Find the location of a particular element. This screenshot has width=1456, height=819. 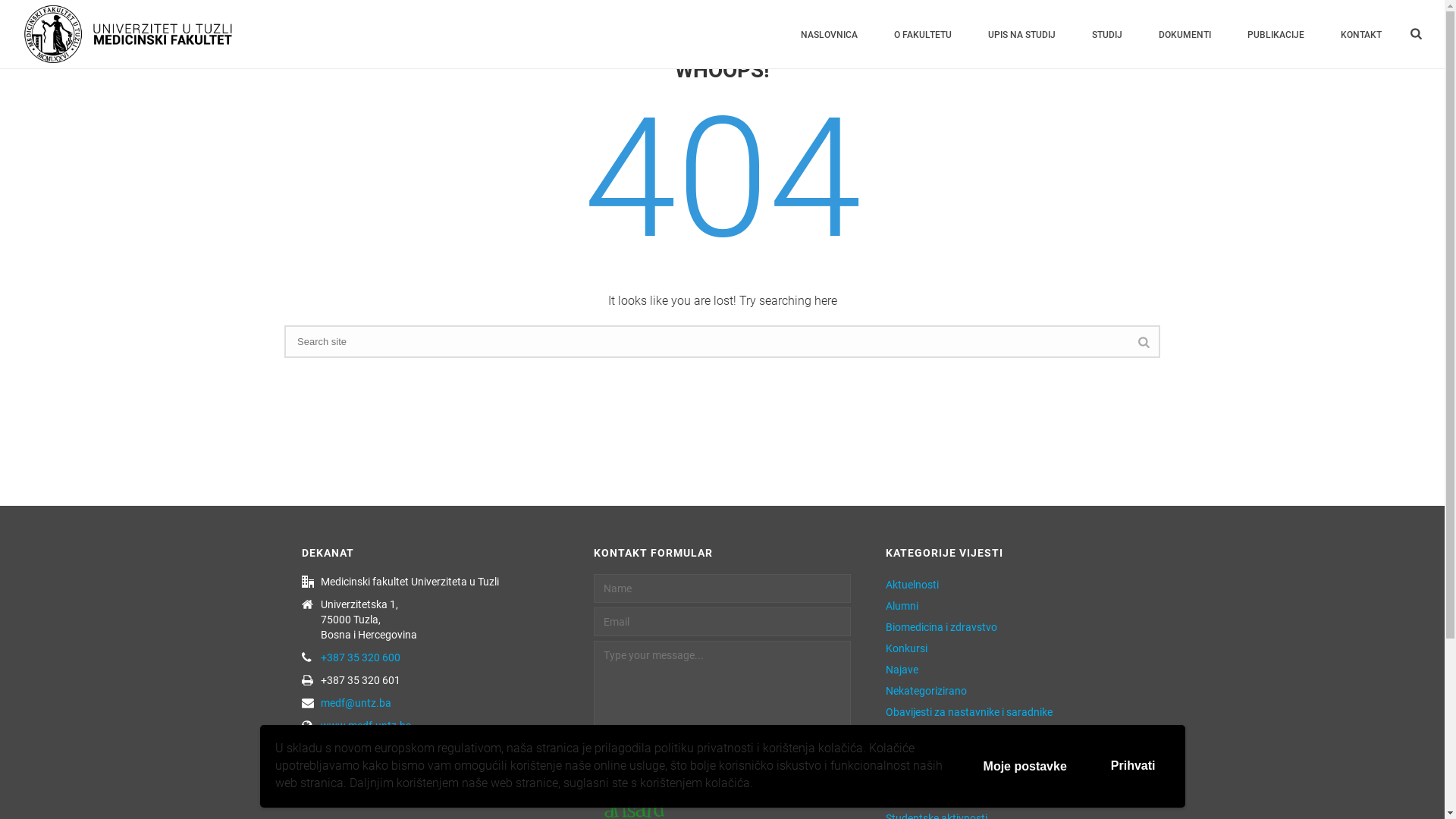

'Alumni' is located at coordinates (902, 604).